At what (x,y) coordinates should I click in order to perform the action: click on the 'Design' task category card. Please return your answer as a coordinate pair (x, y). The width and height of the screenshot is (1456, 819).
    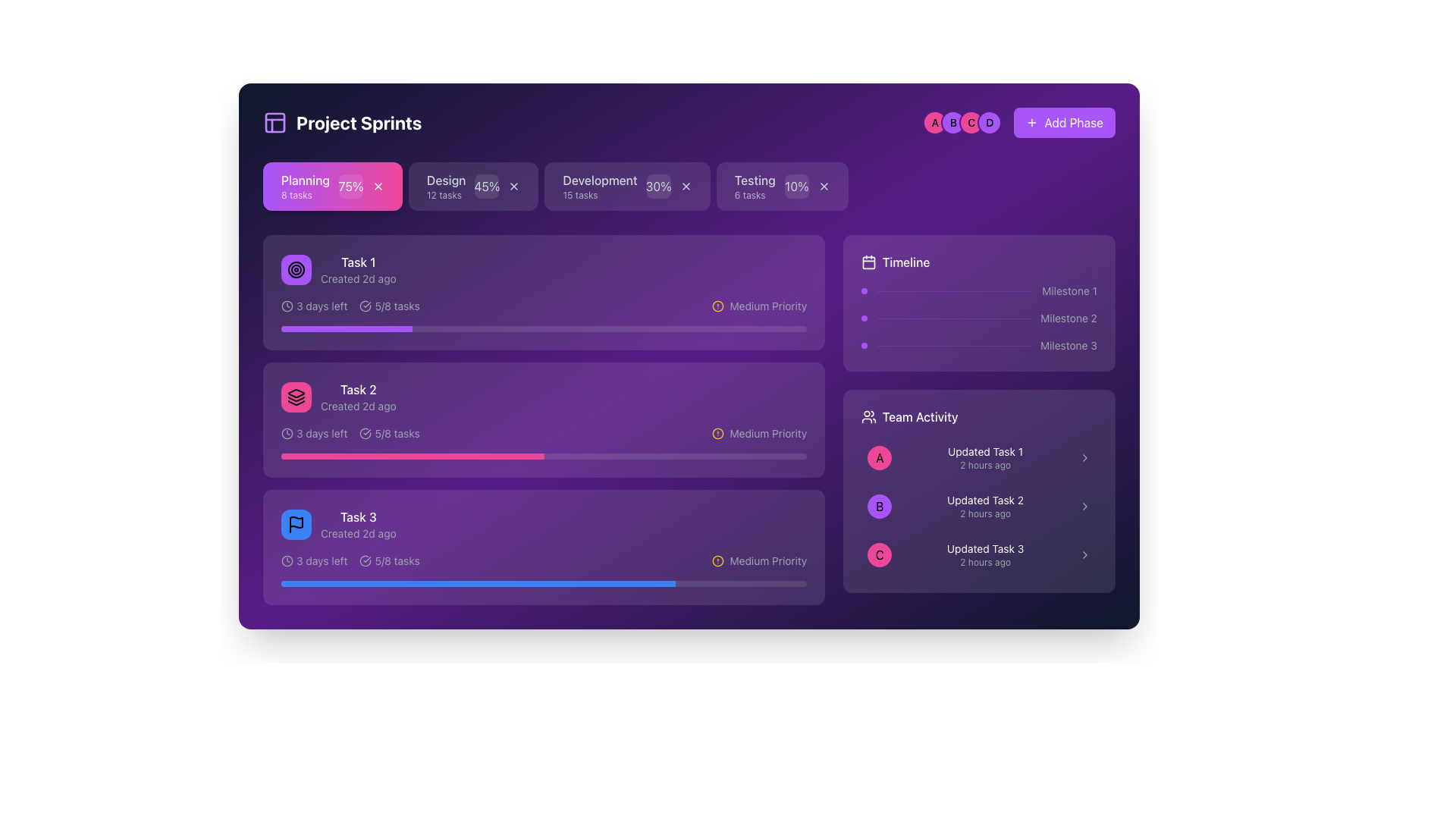
    Looking at the image, I should click on (472, 186).